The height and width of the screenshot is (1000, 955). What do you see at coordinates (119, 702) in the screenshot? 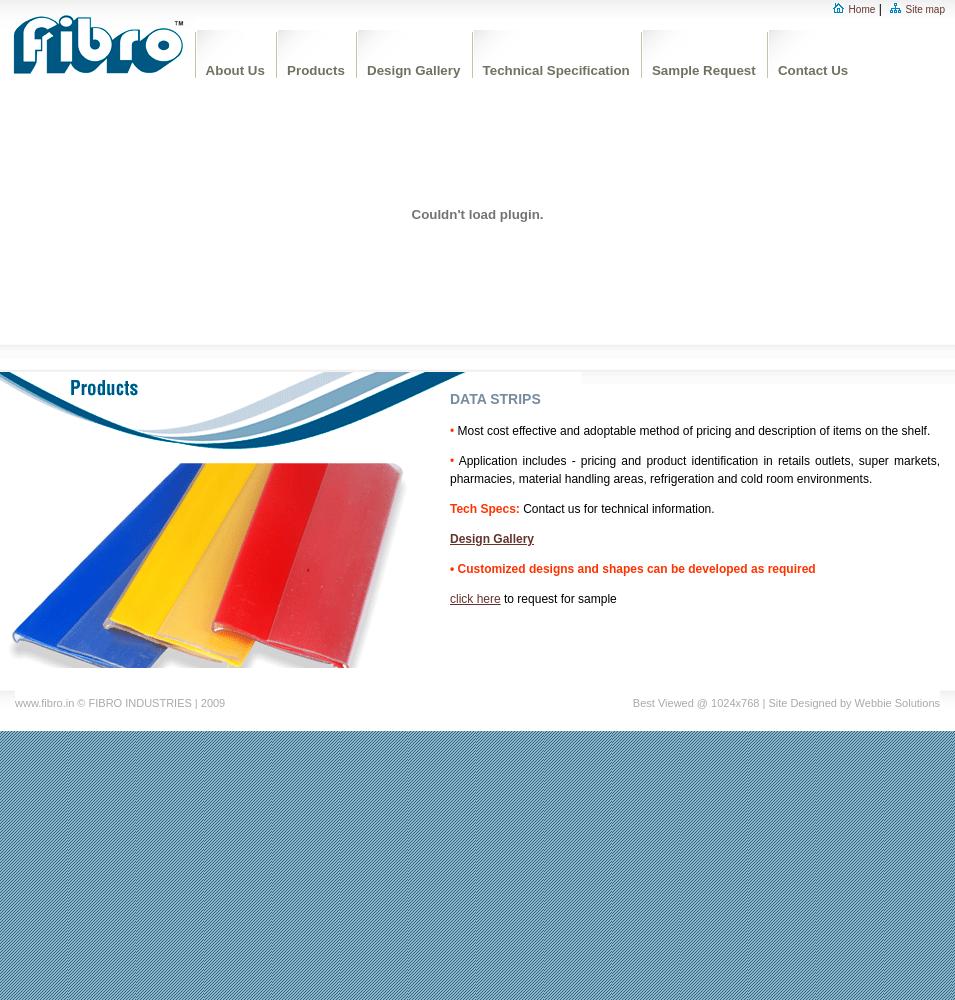
I see `'www.fibro.in © FIBRO INDUSTRIES | 2009'` at bounding box center [119, 702].